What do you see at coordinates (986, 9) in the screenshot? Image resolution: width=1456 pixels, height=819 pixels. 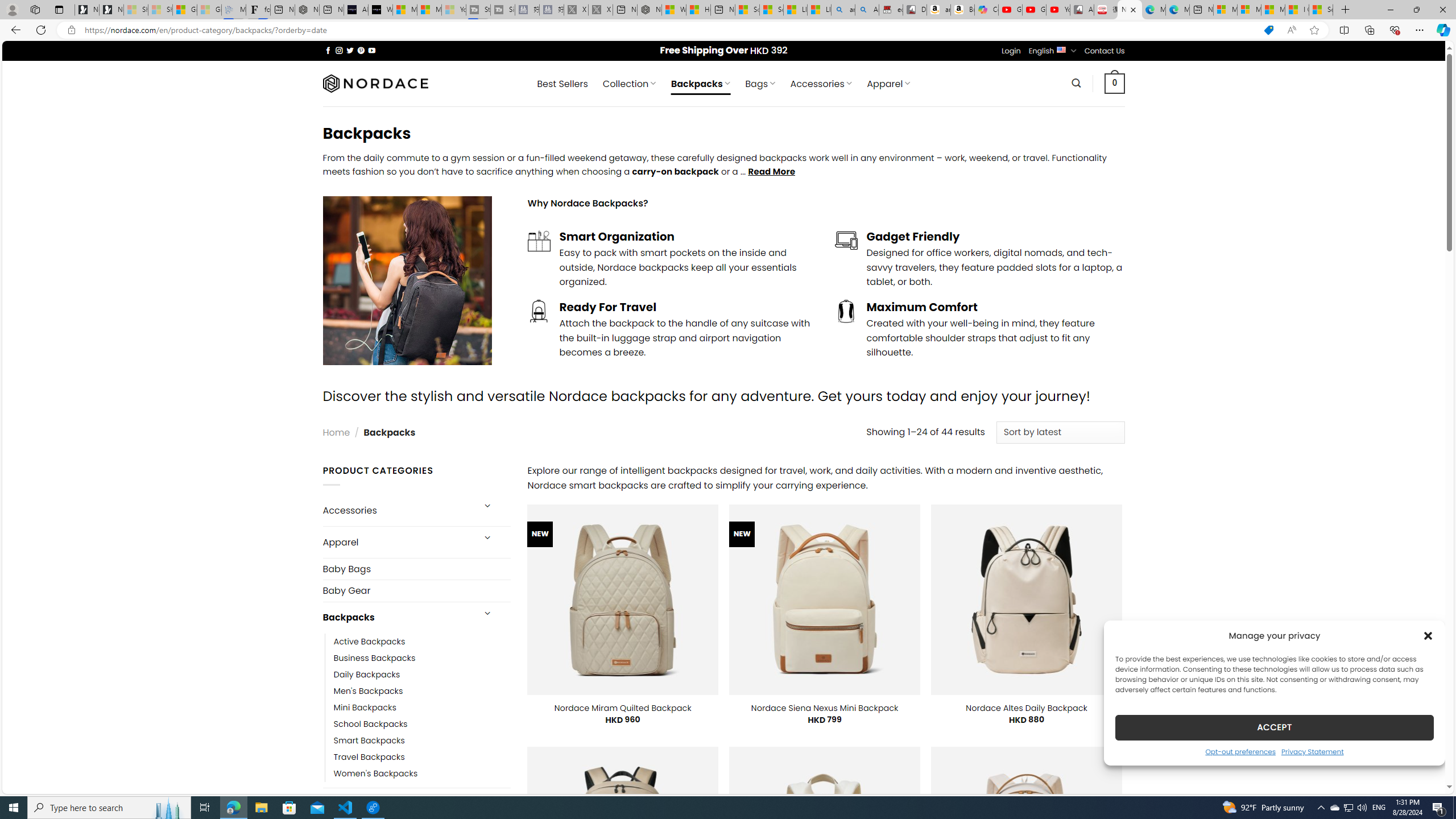 I see `'Copilot'` at bounding box center [986, 9].